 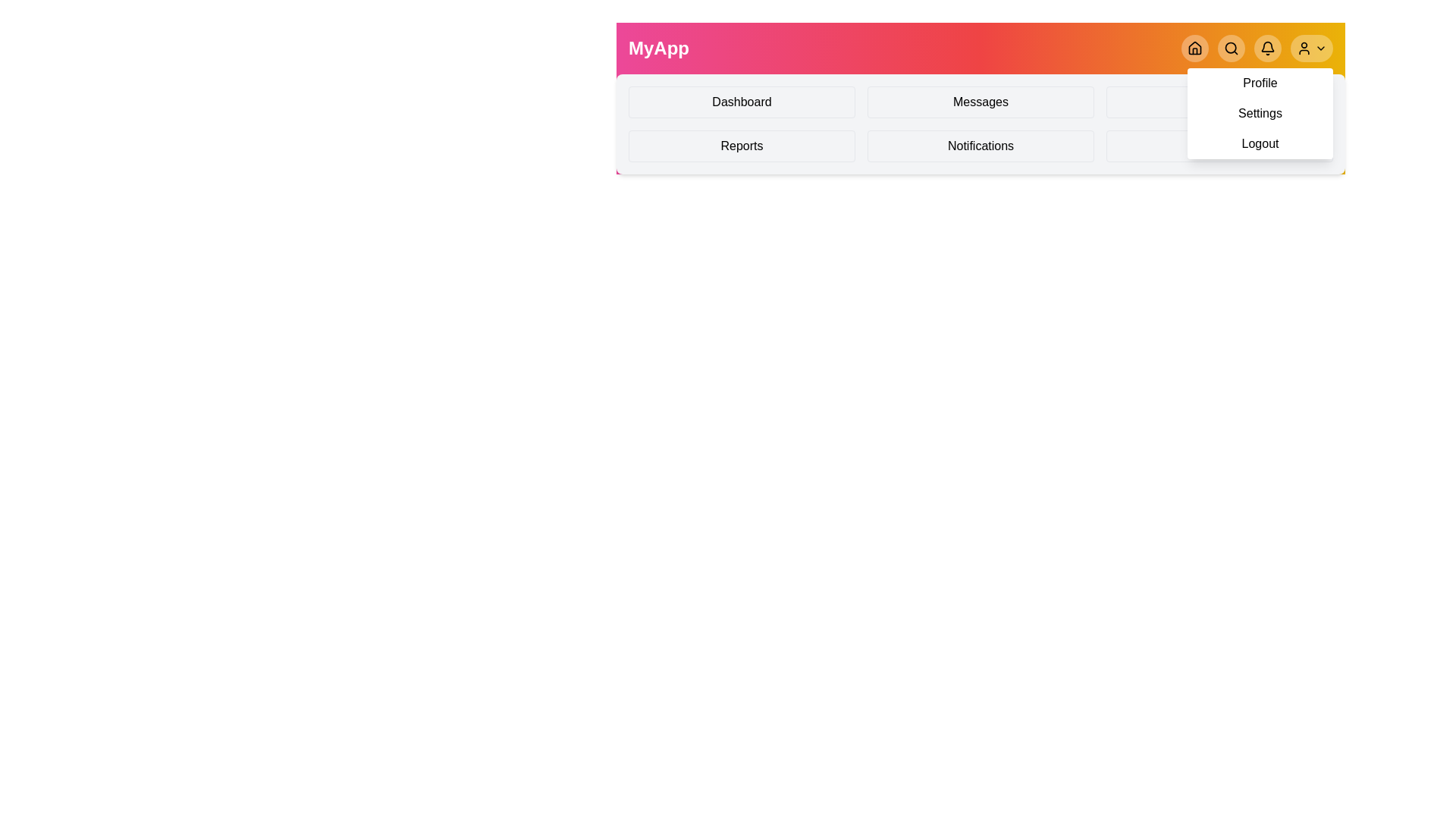 I want to click on the profile menu toggle button to collapse the menu, so click(x=1310, y=48).